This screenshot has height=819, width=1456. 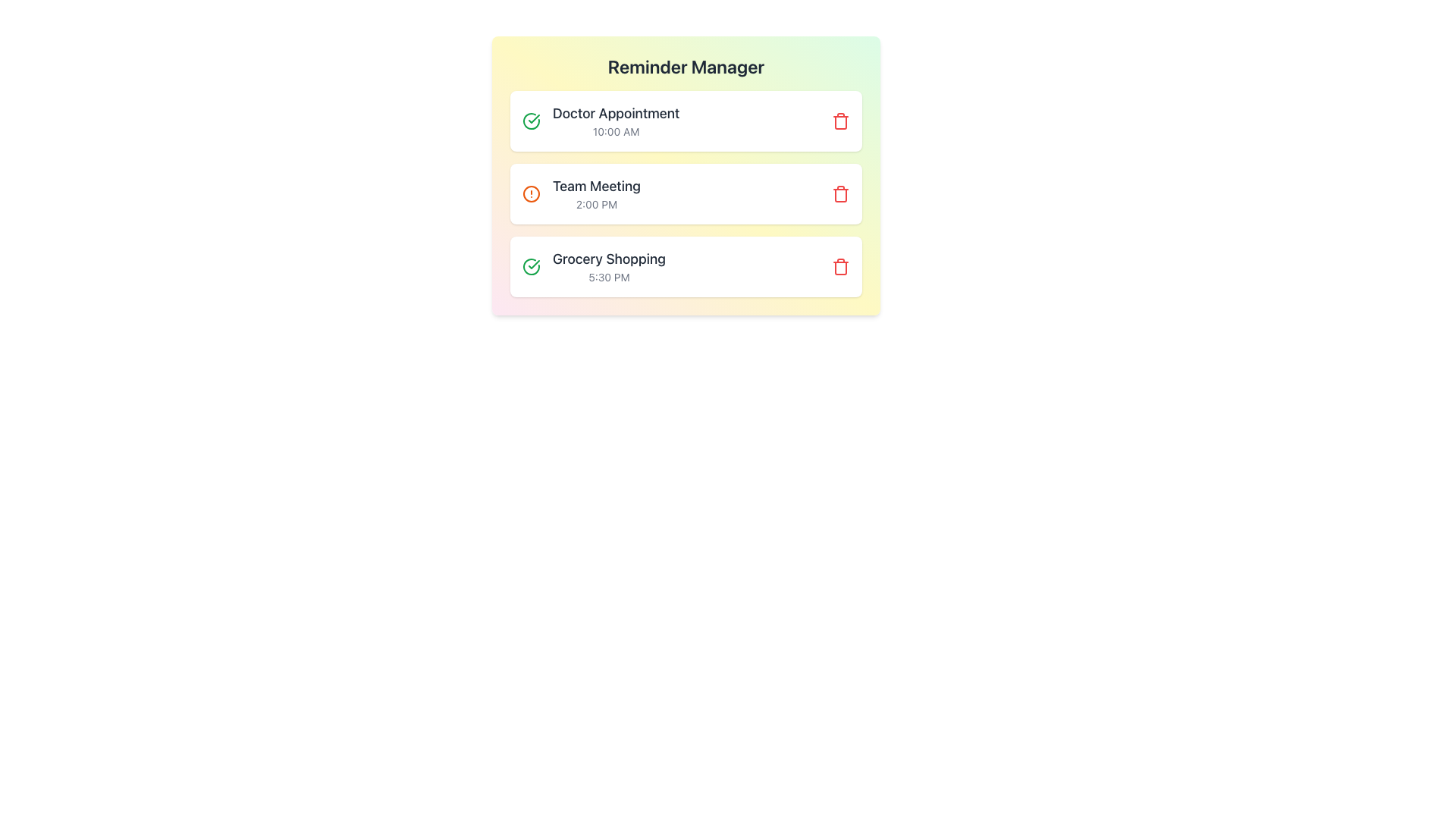 What do you see at coordinates (686, 265) in the screenshot?
I see `the reminder list item for 'Grocery Shopping'` at bounding box center [686, 265].